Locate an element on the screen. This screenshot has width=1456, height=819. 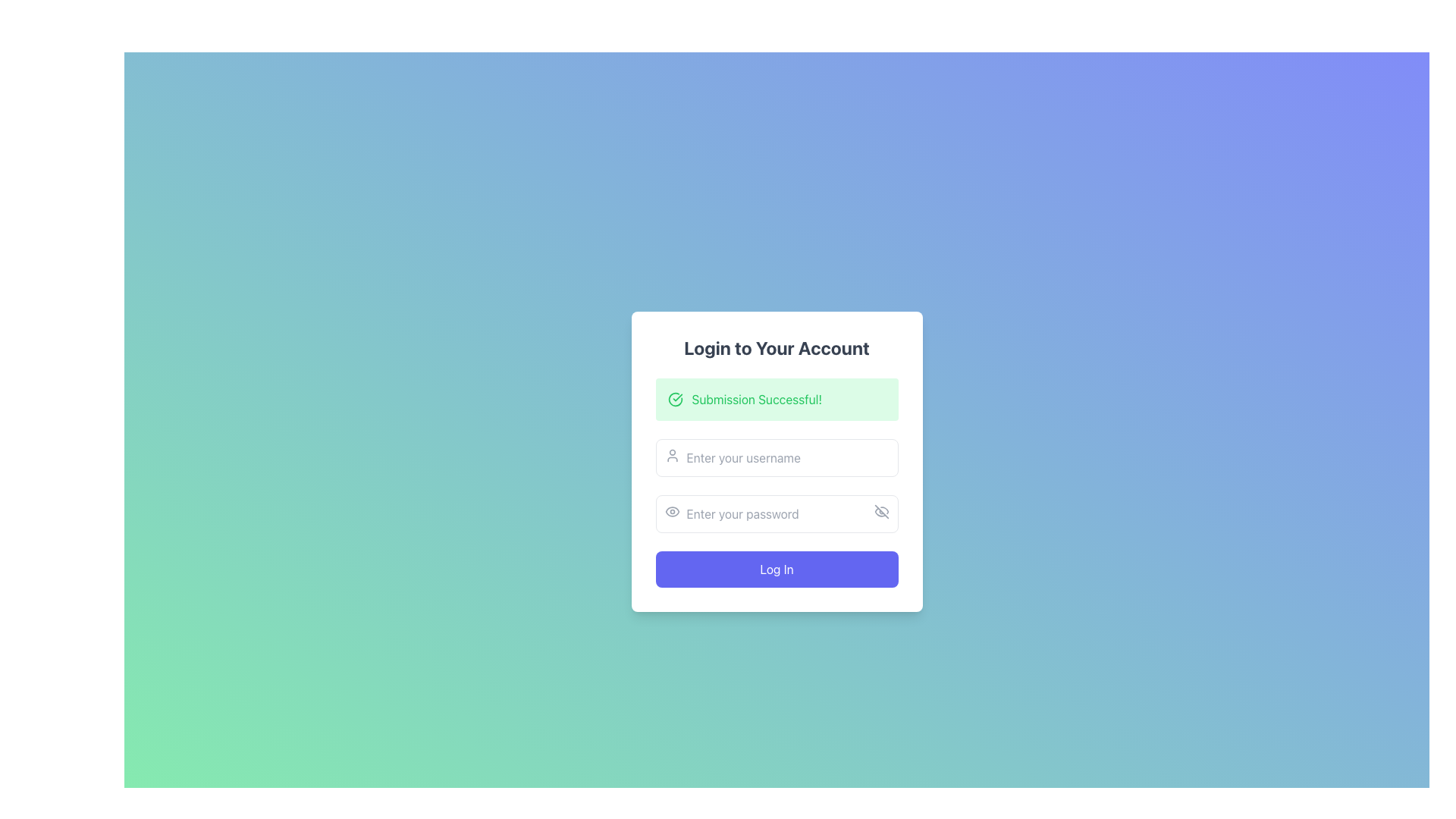
the button located in the top-right corner of the password input field is located at coordinates (881, 512).